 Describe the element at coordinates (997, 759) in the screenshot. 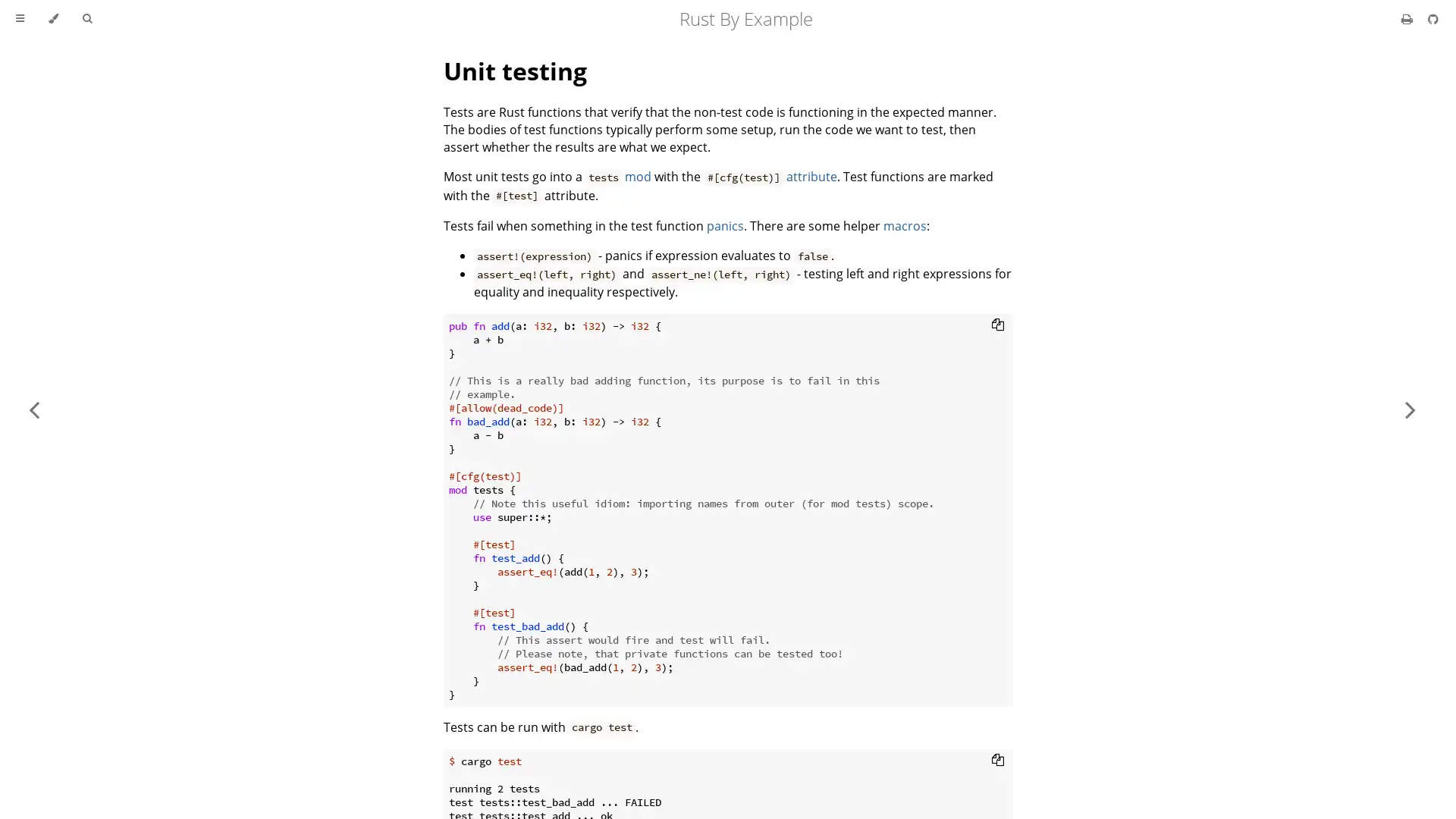

I see `Copy to clipboard` at that location.